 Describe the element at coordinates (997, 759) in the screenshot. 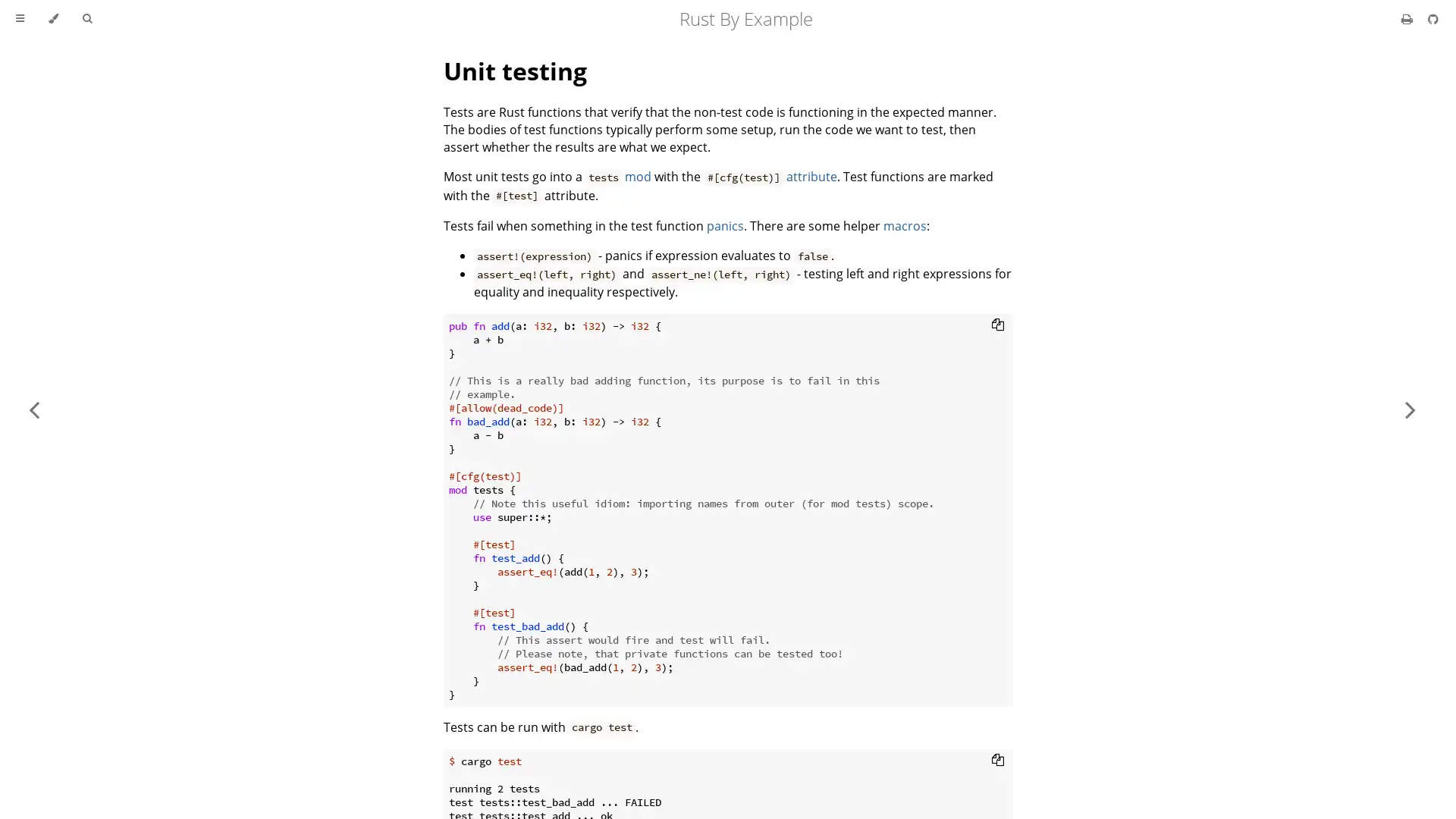

I see `Copy to clipboard` at that location.